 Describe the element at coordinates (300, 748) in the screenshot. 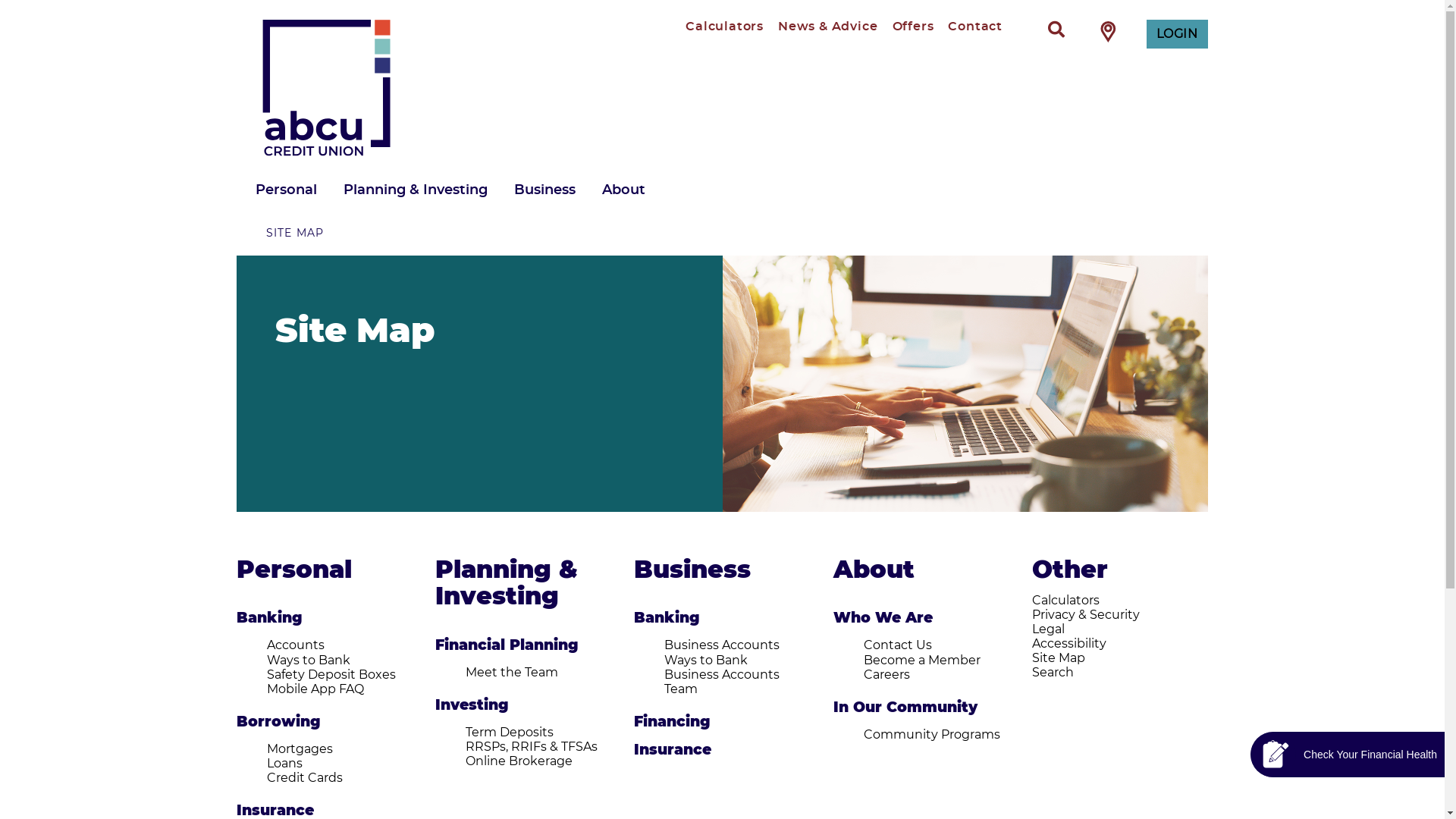

I see `'Mortgages'` at that location.